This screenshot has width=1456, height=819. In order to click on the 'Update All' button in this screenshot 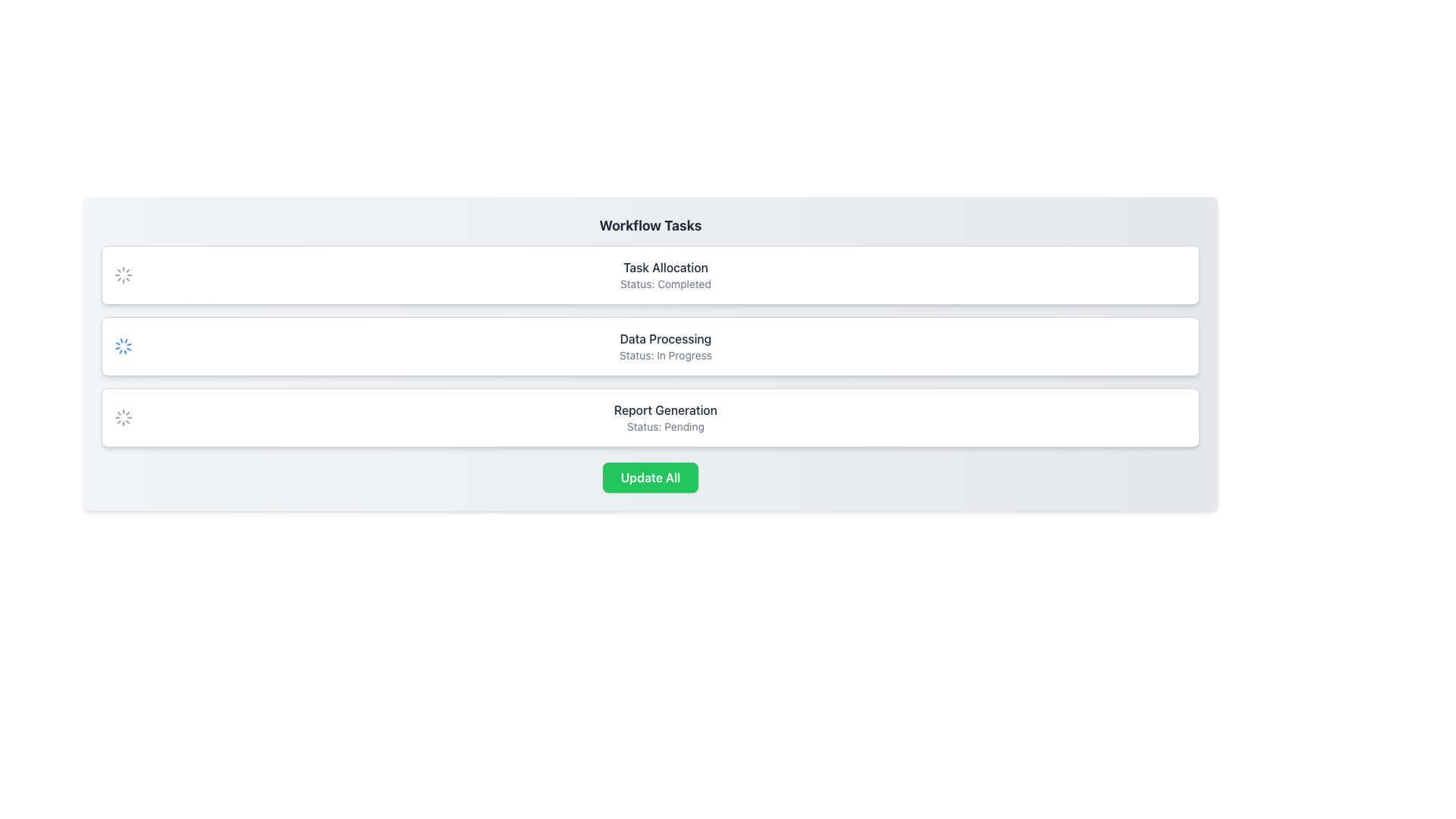, I will do `click(651, 476)`.